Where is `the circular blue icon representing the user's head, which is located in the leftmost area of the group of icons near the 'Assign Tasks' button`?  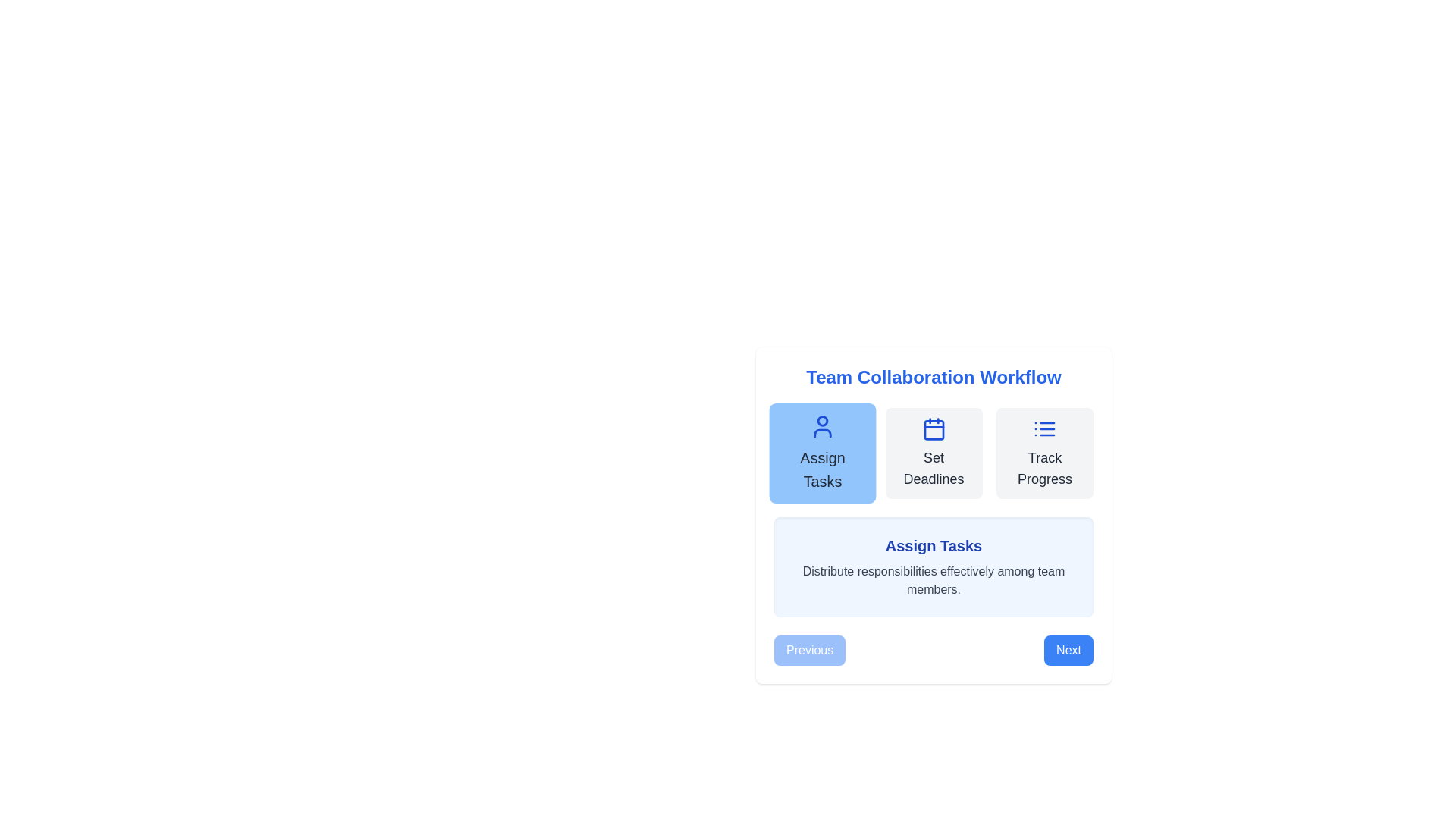
the circular blue icon representing the user's head, which is located in the leftmost area of the group of icons near the 'Assign Tasks' button is located at coordinates (821, 421).